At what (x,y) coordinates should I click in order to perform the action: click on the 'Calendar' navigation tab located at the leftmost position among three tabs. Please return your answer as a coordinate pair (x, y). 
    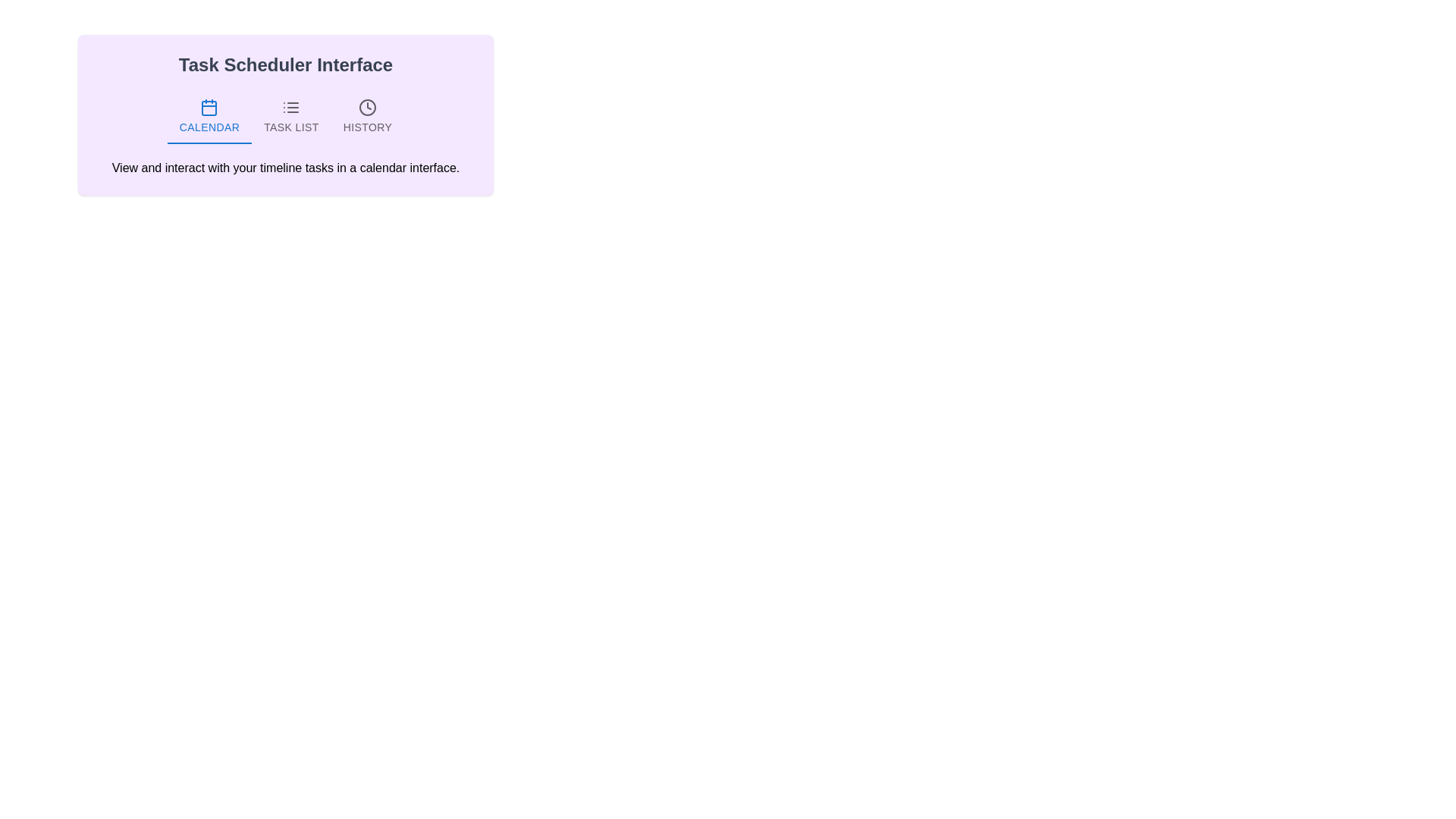
    Looking at the image, I should click on (208, 116).